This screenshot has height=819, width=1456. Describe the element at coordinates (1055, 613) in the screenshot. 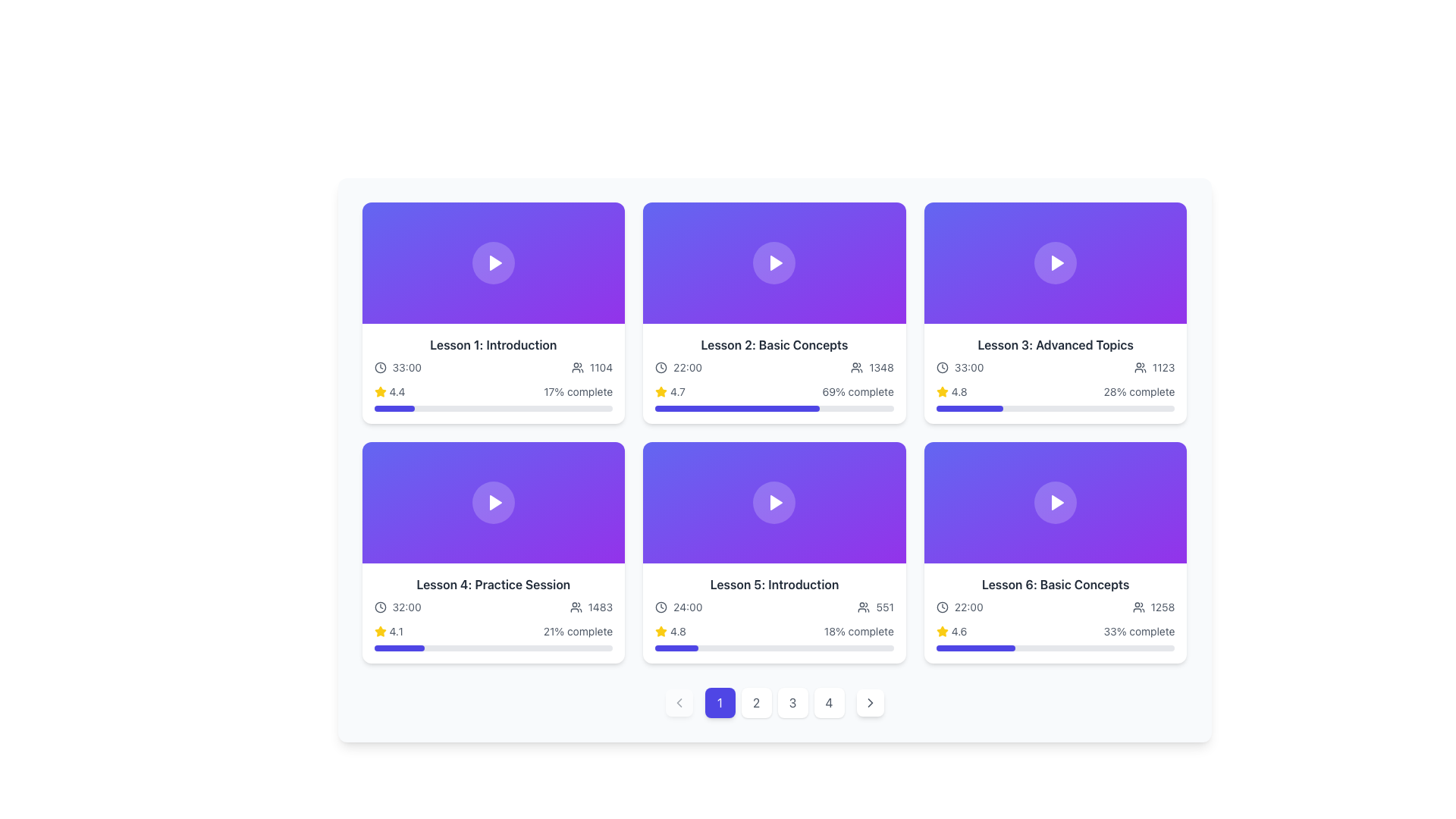

I see `the Information card located in the bottom-right corner of the grid layout` at that location.